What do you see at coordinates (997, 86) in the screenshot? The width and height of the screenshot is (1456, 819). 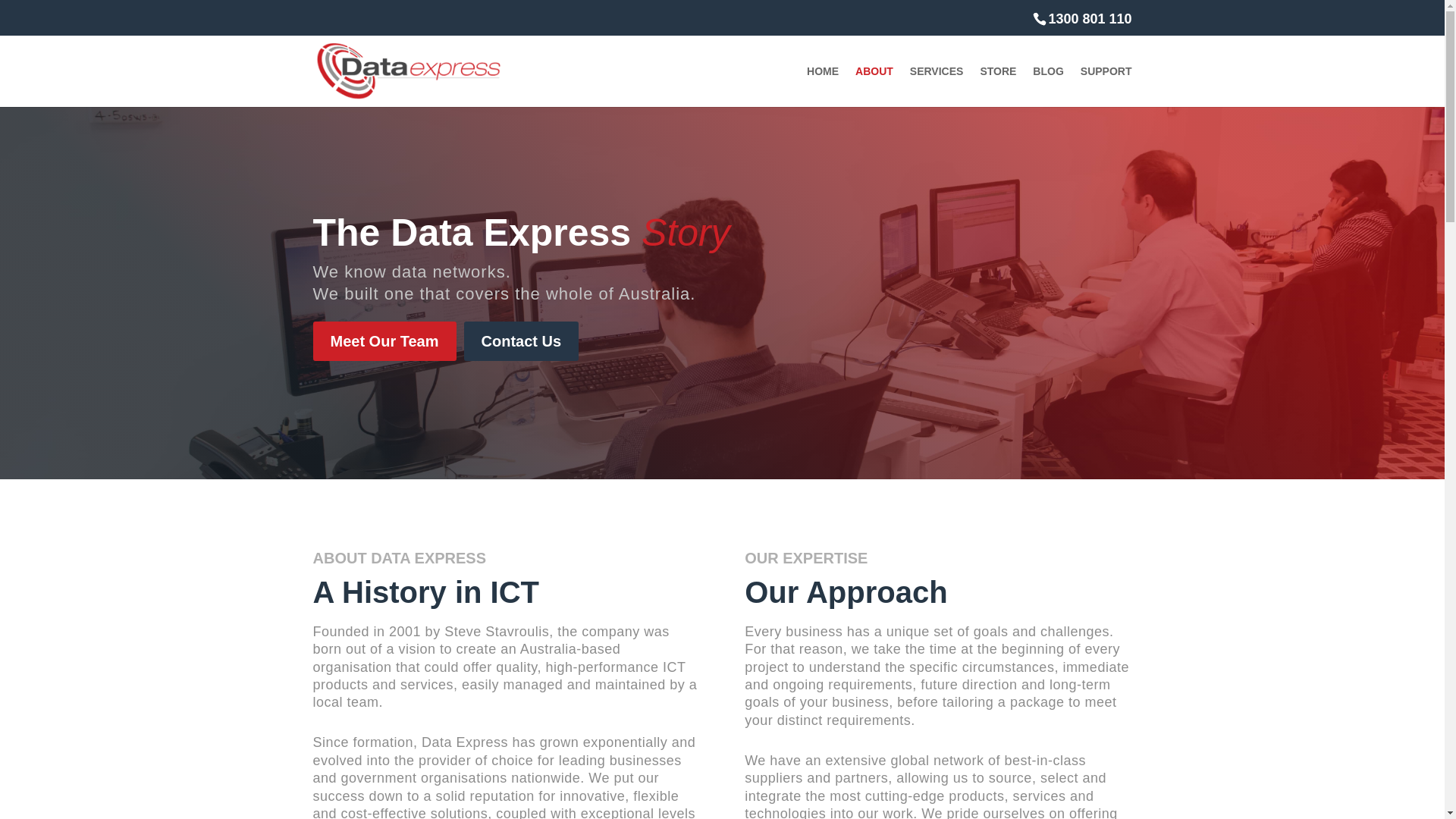 I see `'STORE'` at bounding box center [997, 86].